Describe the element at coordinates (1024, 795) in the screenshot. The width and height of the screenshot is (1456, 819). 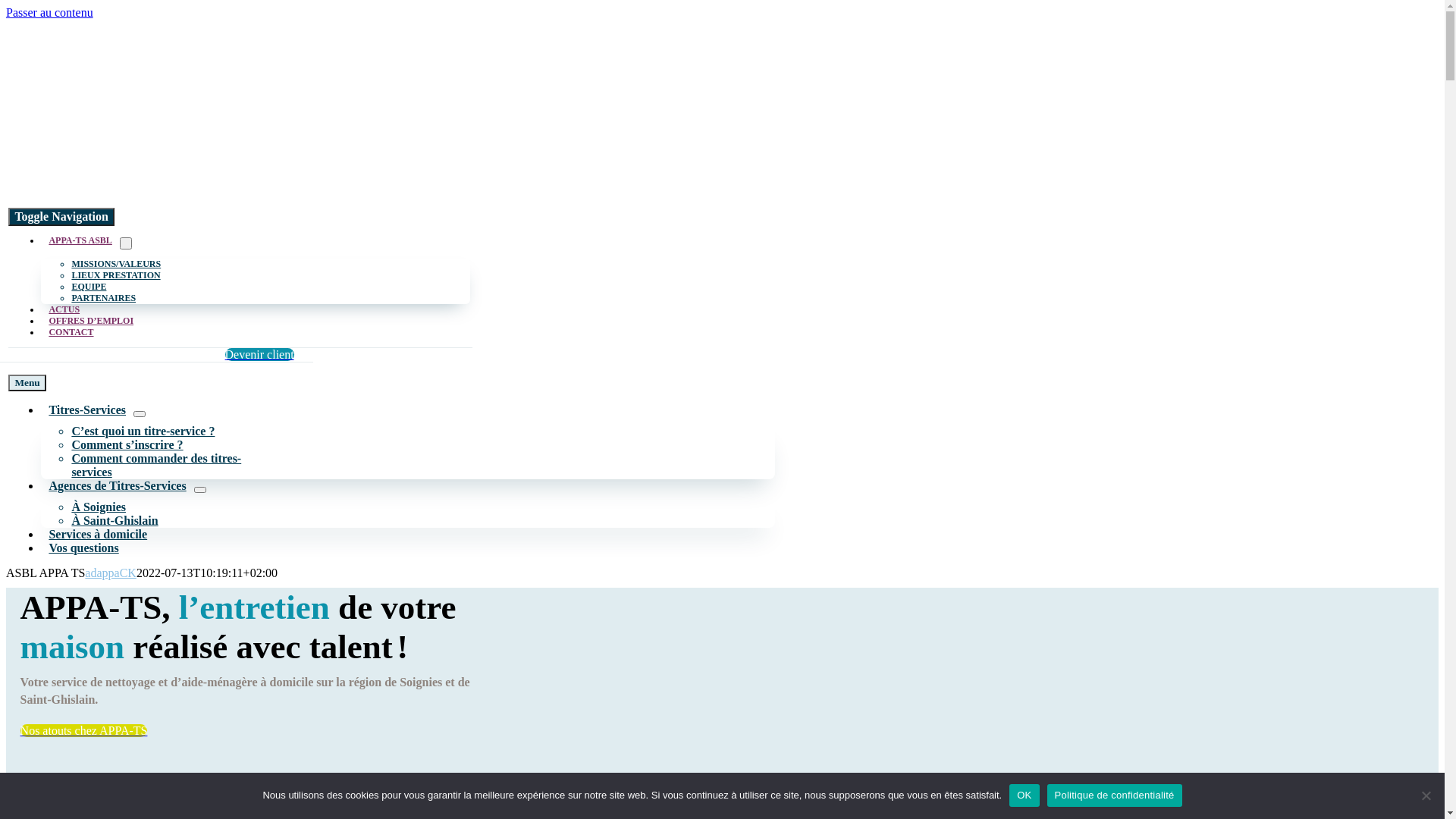
I see `'OK'` at that location.